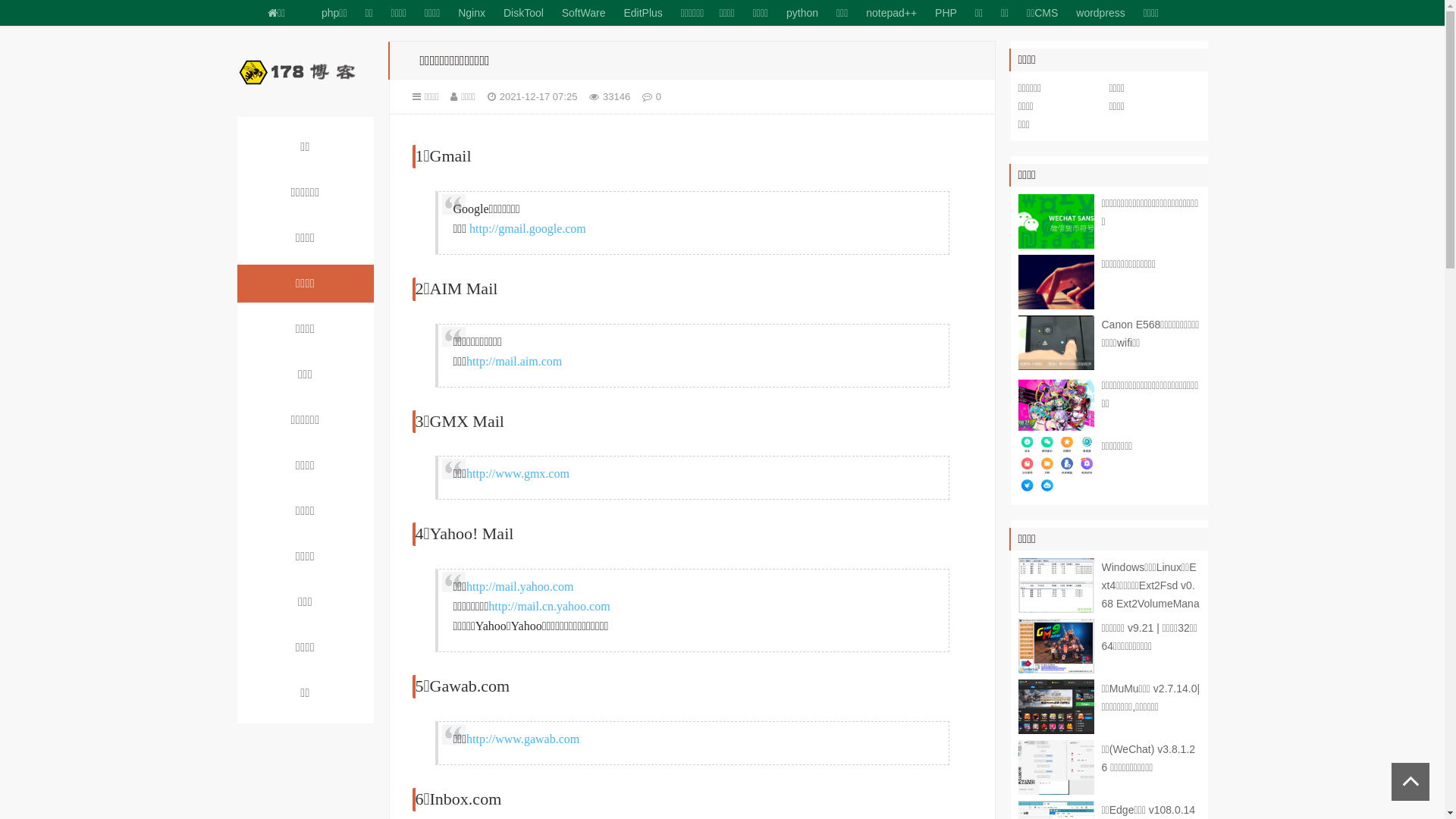  What do you see at coordinates (513, 361) in the screenshot?
I see `'http://mail.aim.com'` at bounding box center [513, 361].